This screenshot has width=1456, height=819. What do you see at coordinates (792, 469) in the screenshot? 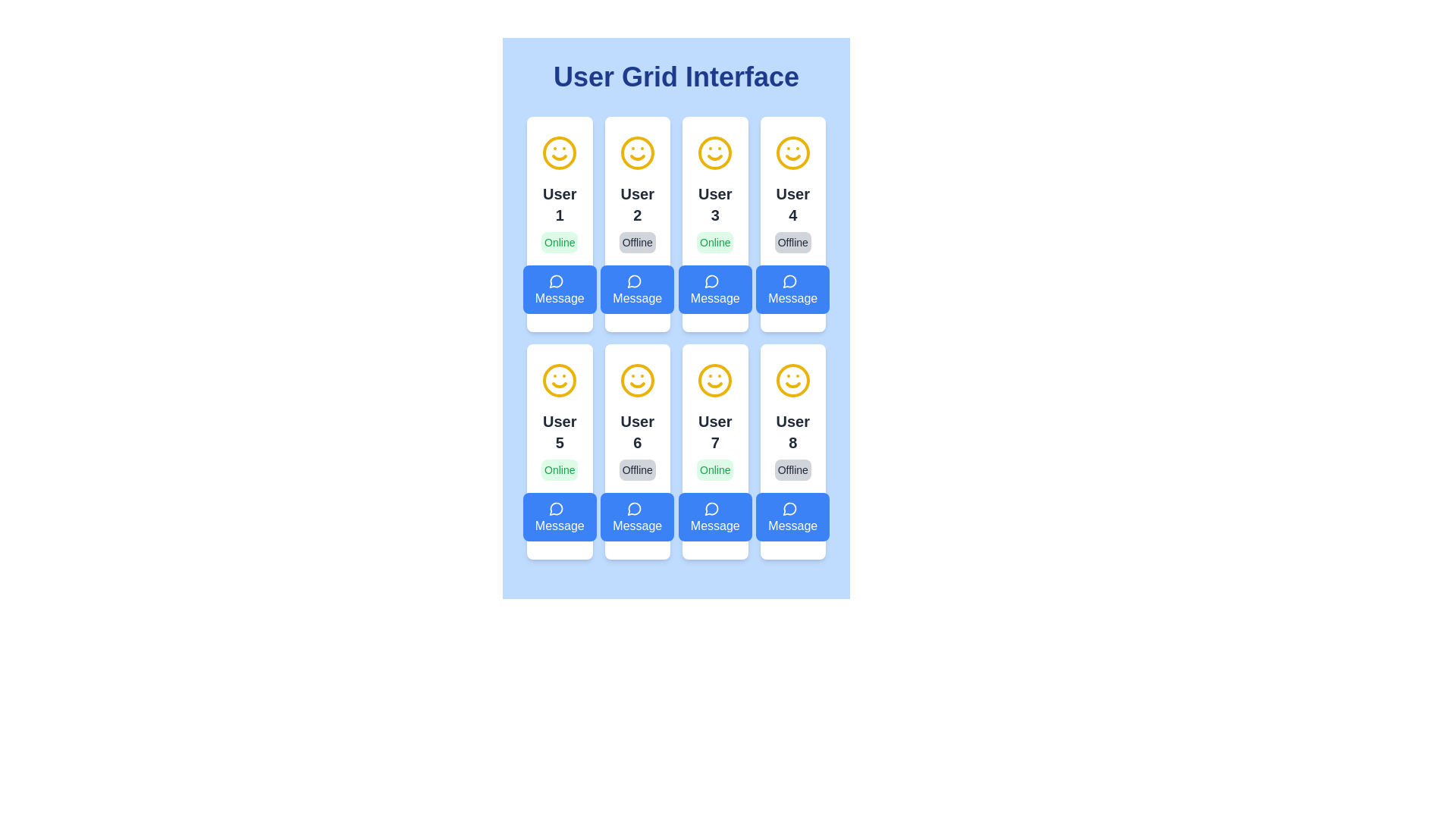
I see `the non-interactive status label indicating that 'User 8' is 'Offline', located between the 'User 8' label and the 'Message' button` at bounding box center [792, 469].